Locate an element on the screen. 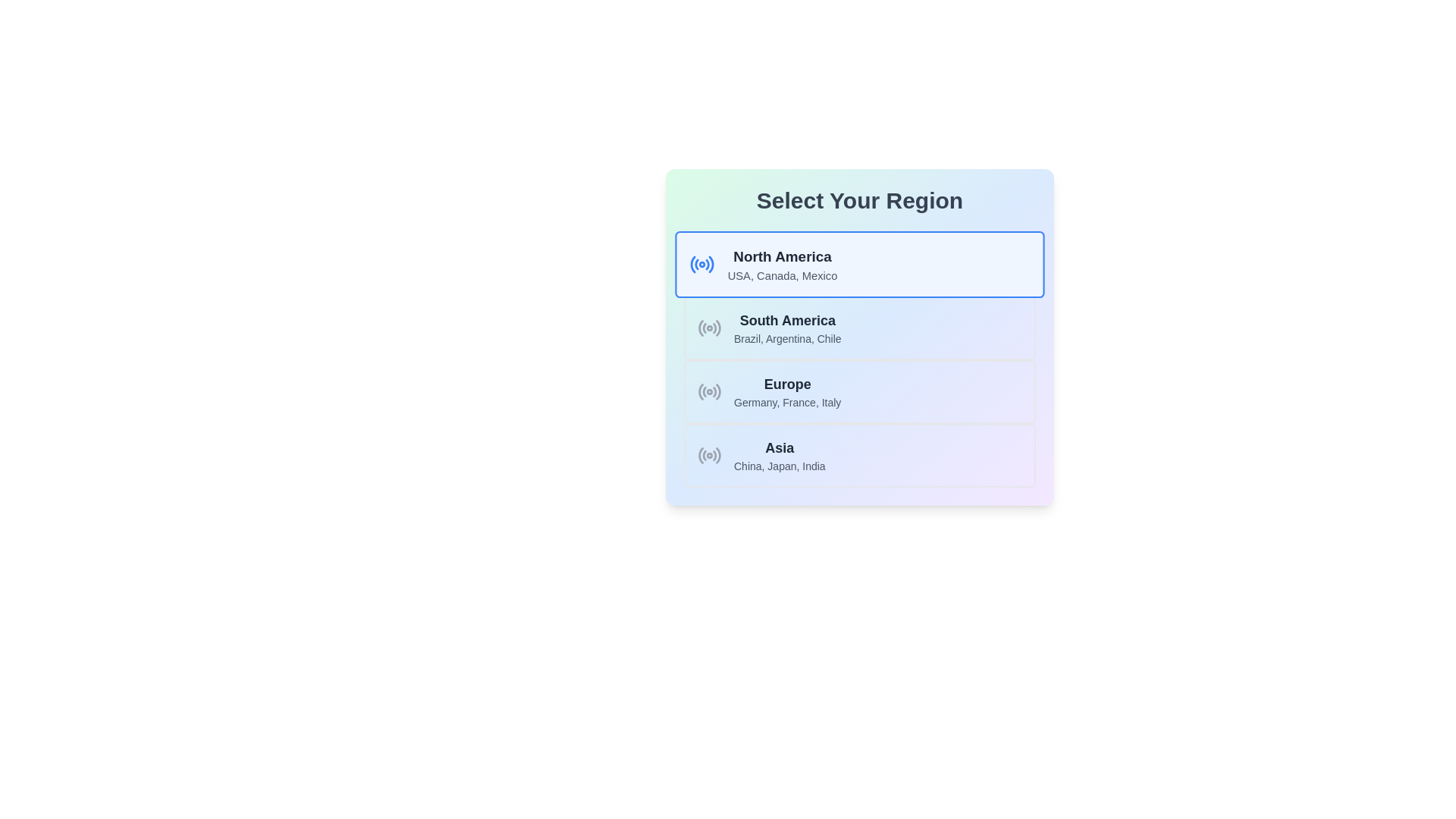 The height and width of the screenshot is (819, 1456). the text label that reads 'Germany, France, Italy' which is styled in gray and located beneath the heading 'Europe' is located at coordinates (787, 402).